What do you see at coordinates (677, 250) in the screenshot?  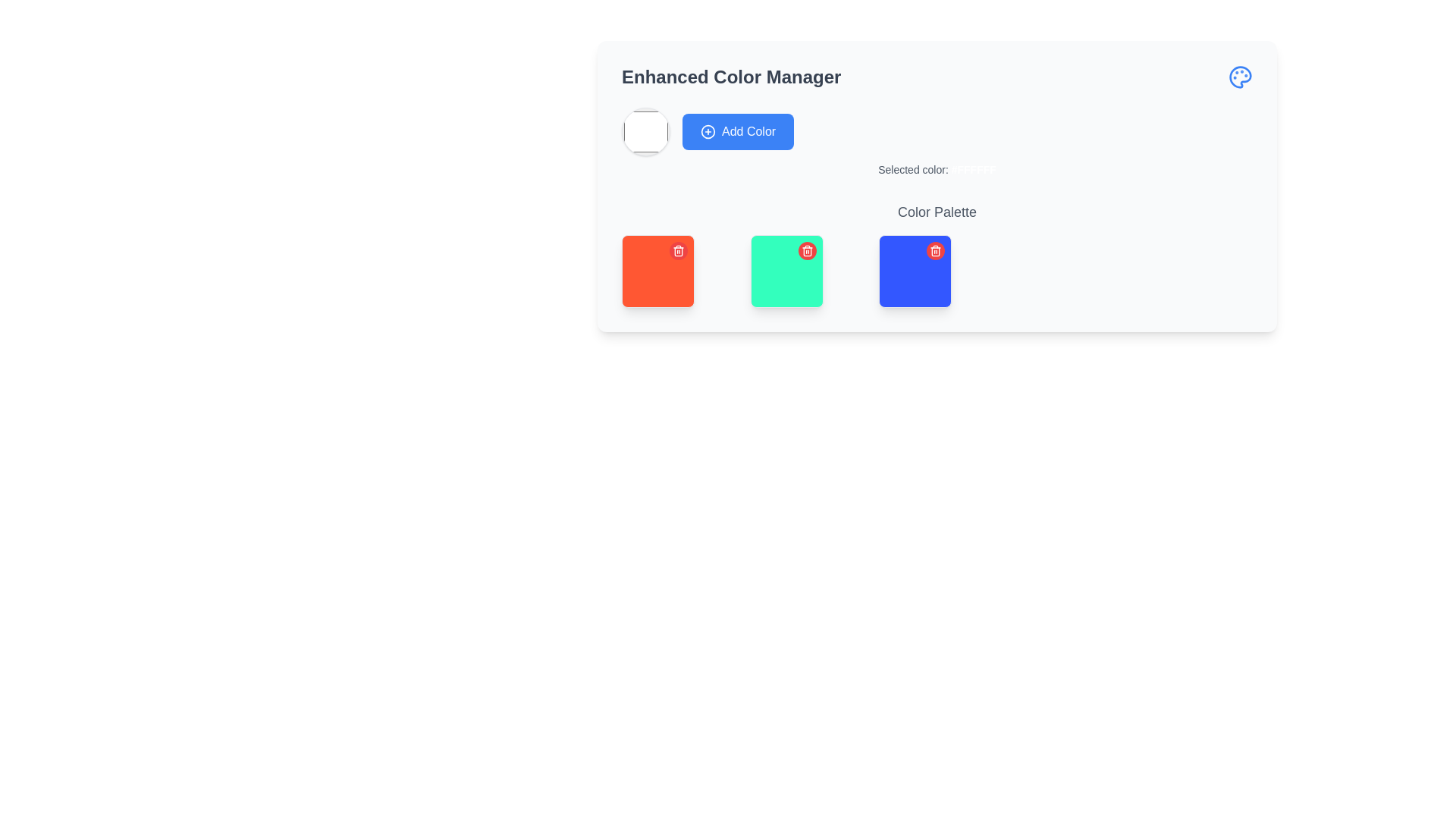 I see `the circular red button with a trash bin icon located in the top-right corner of the leftmost red color swatch in the 'Color Palette' section` at bounding box center [677, 250].